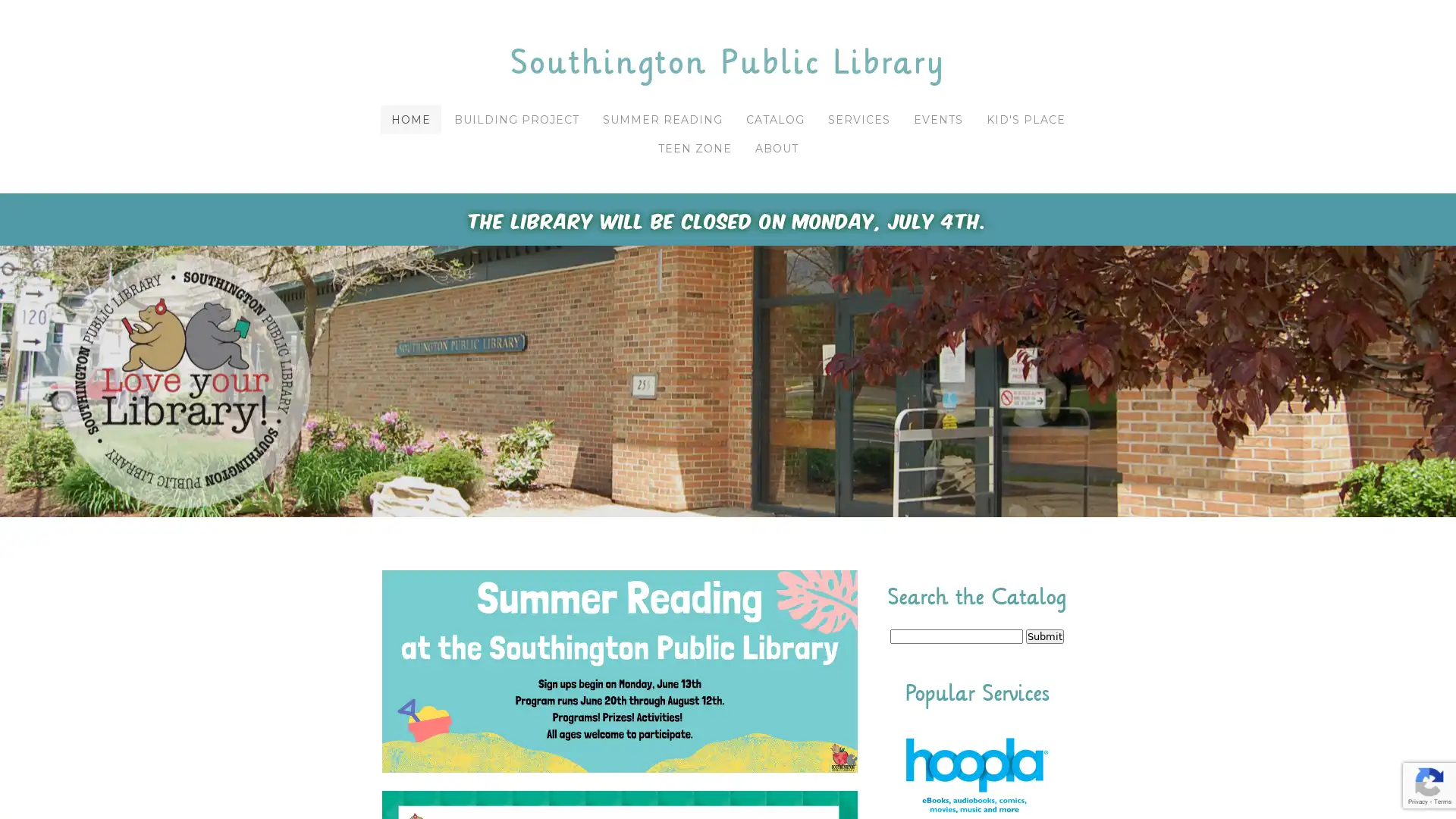 The width and height of the screenshot is (1456, 819). What do you see at coordinates (1043, 636) in the screenshot?
I see `Submit` at bounding box center [1043, 636].